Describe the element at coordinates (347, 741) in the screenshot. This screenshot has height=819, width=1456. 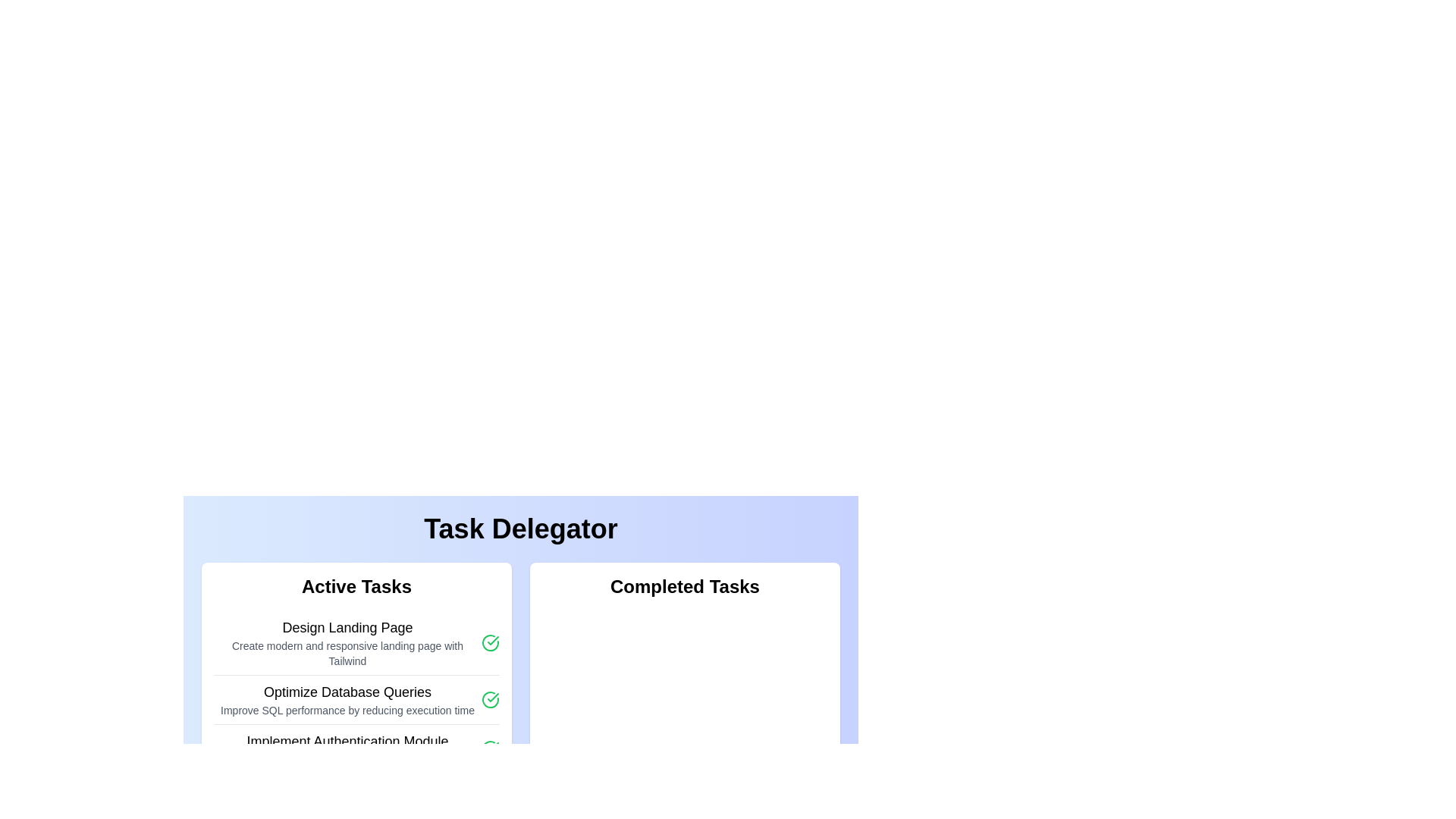
I see `text of the Label or Header indicating the task title in the 'Active Tasks' section under 'Task Delegator', located below 'Optimize Database Queries'` at that location.